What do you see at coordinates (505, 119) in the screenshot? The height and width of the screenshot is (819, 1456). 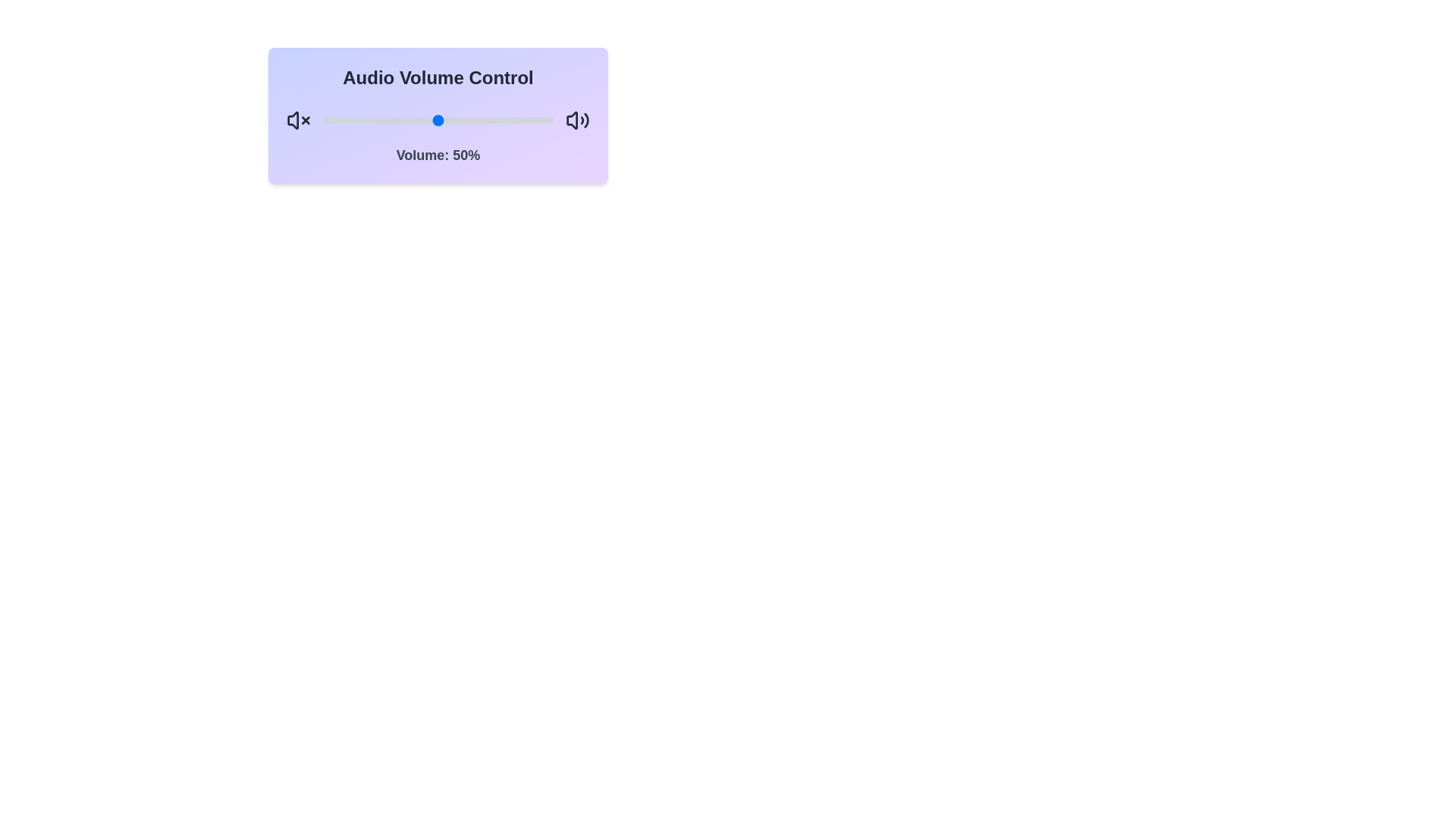 I see `the volume slider to set the volume to 79%` at bounding box center [505, 119].